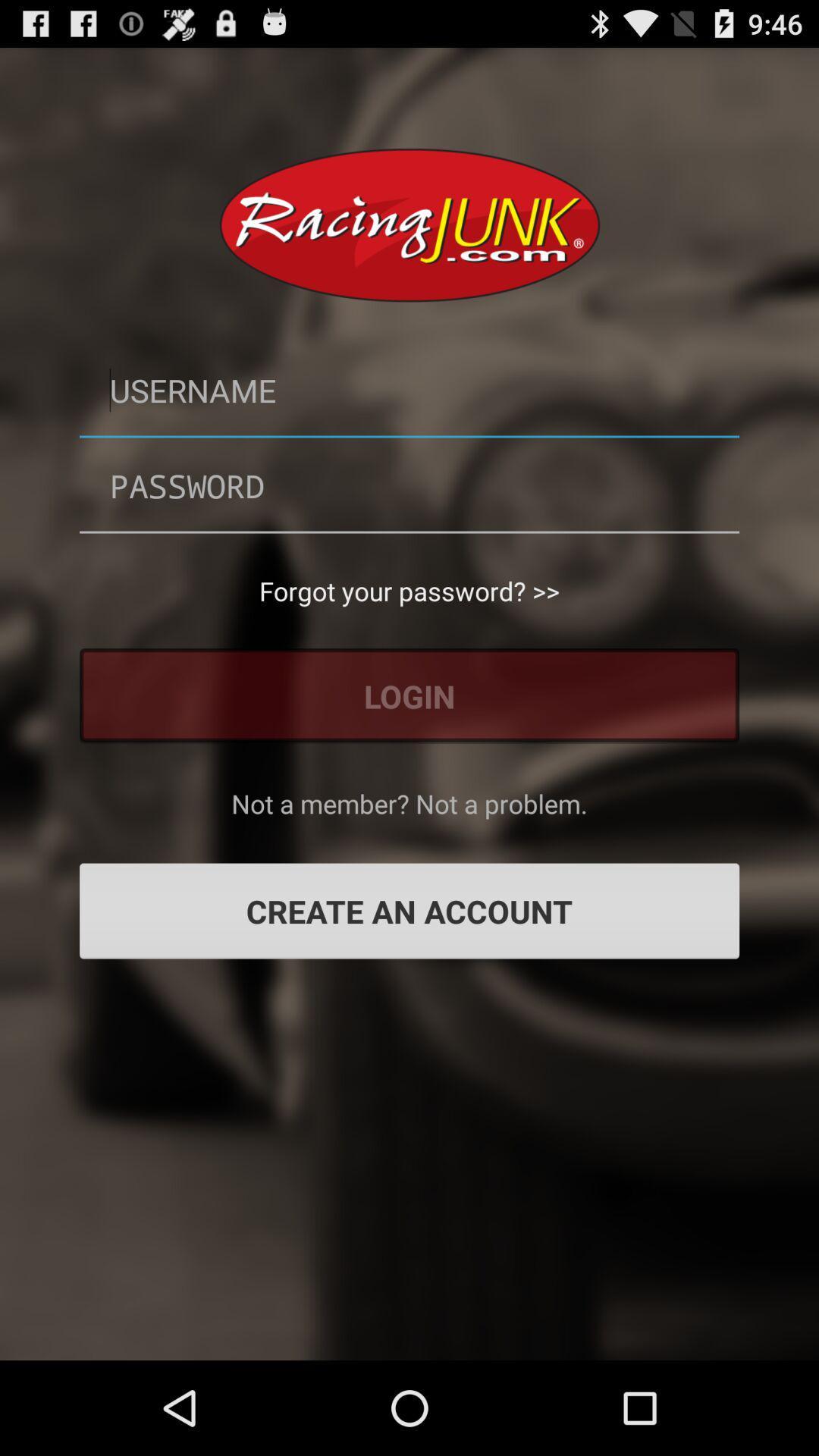 The image size is (819, 1456). What do you see at coordinates (409, 695) in the screenshot?
I see `icon below forgot your password? >> item` at bounding box center [409, 695].